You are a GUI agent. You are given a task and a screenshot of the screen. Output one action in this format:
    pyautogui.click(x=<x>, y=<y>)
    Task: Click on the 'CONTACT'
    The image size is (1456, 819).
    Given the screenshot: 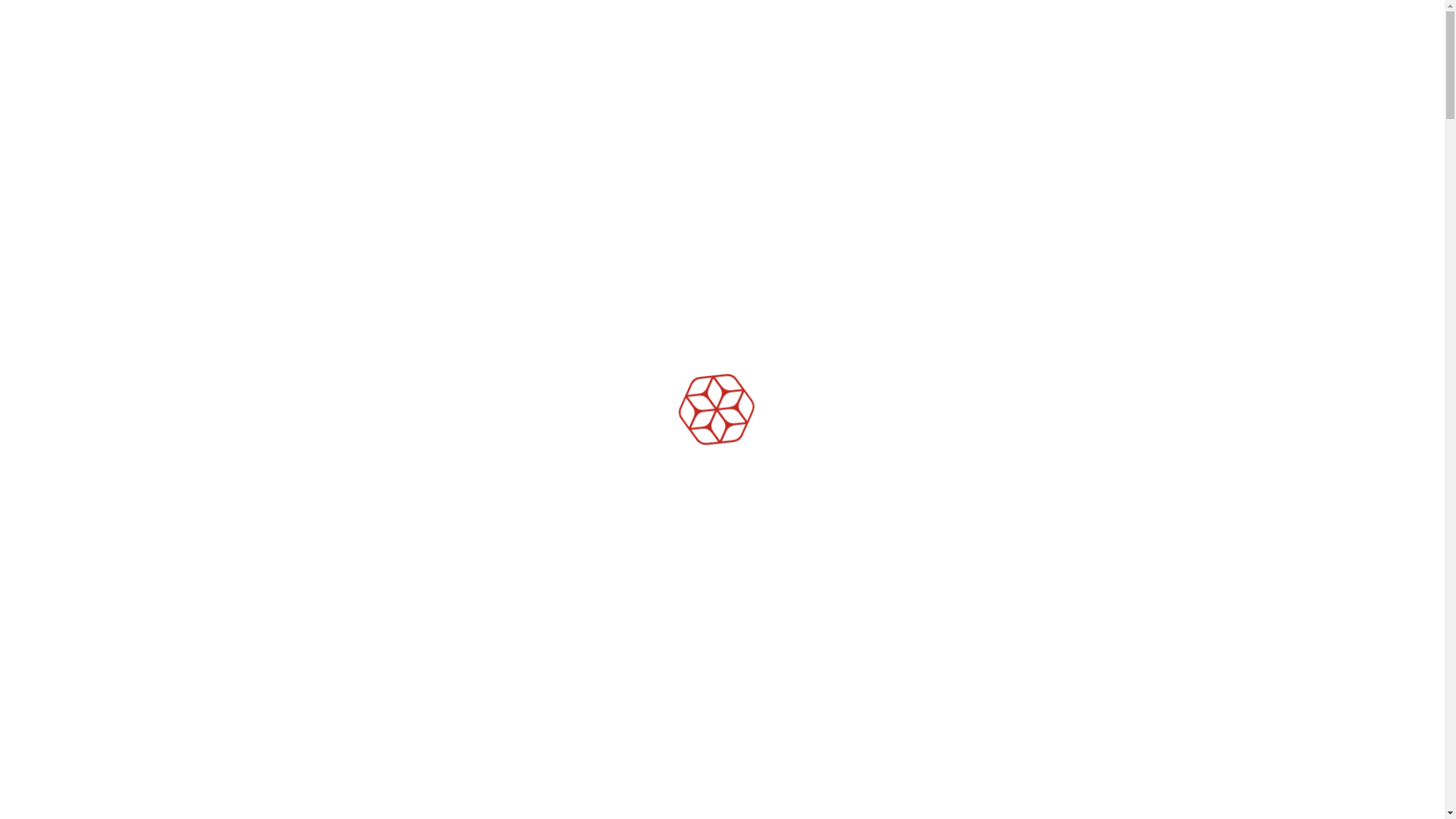 What is the action you would take?
    pyautogui.click(x=1107, y=52)
    